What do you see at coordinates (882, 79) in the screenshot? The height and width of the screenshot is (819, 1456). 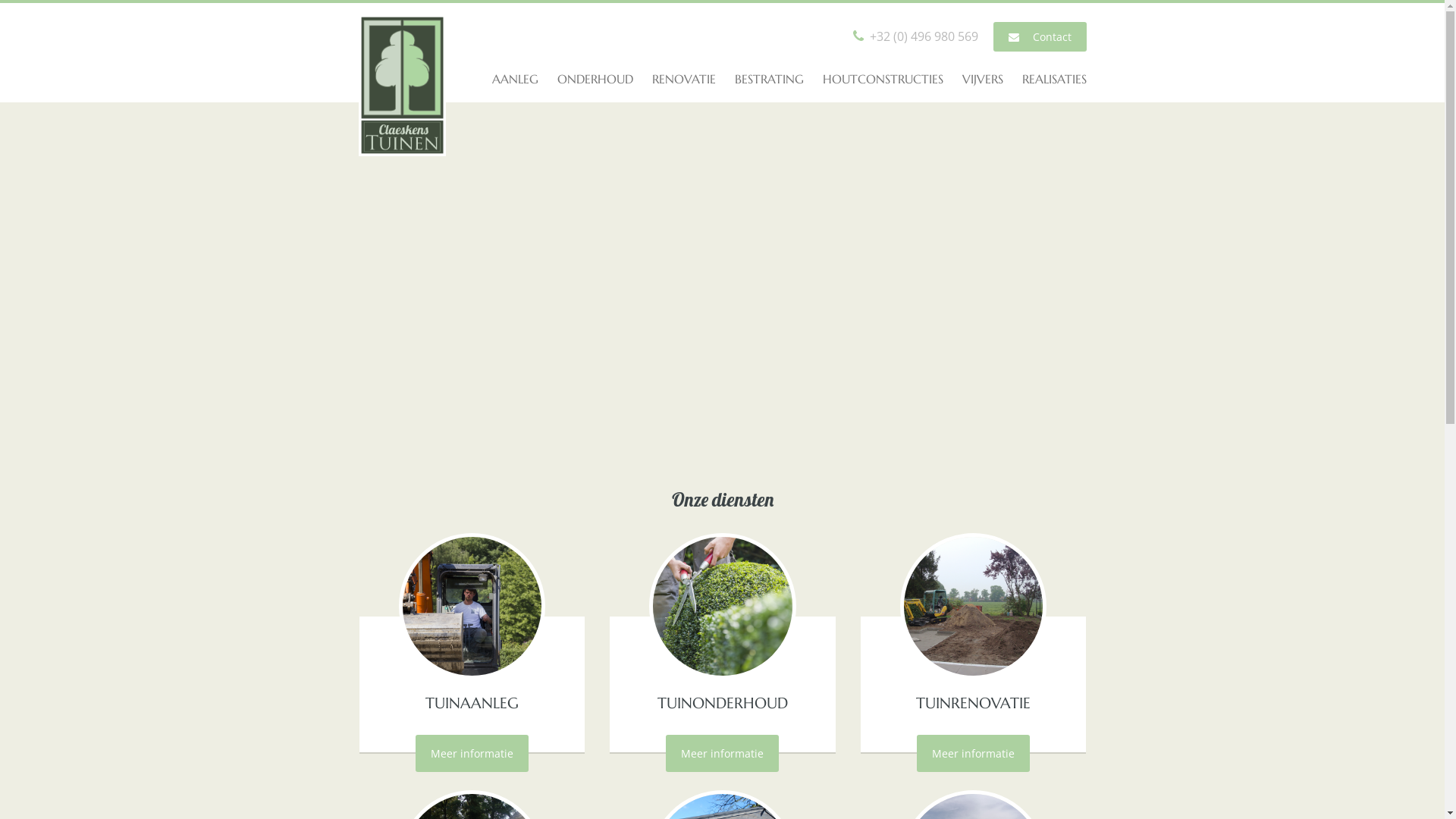 I see `'HOUTCONSTRUCTIES'` at bounding box center [882, 79].